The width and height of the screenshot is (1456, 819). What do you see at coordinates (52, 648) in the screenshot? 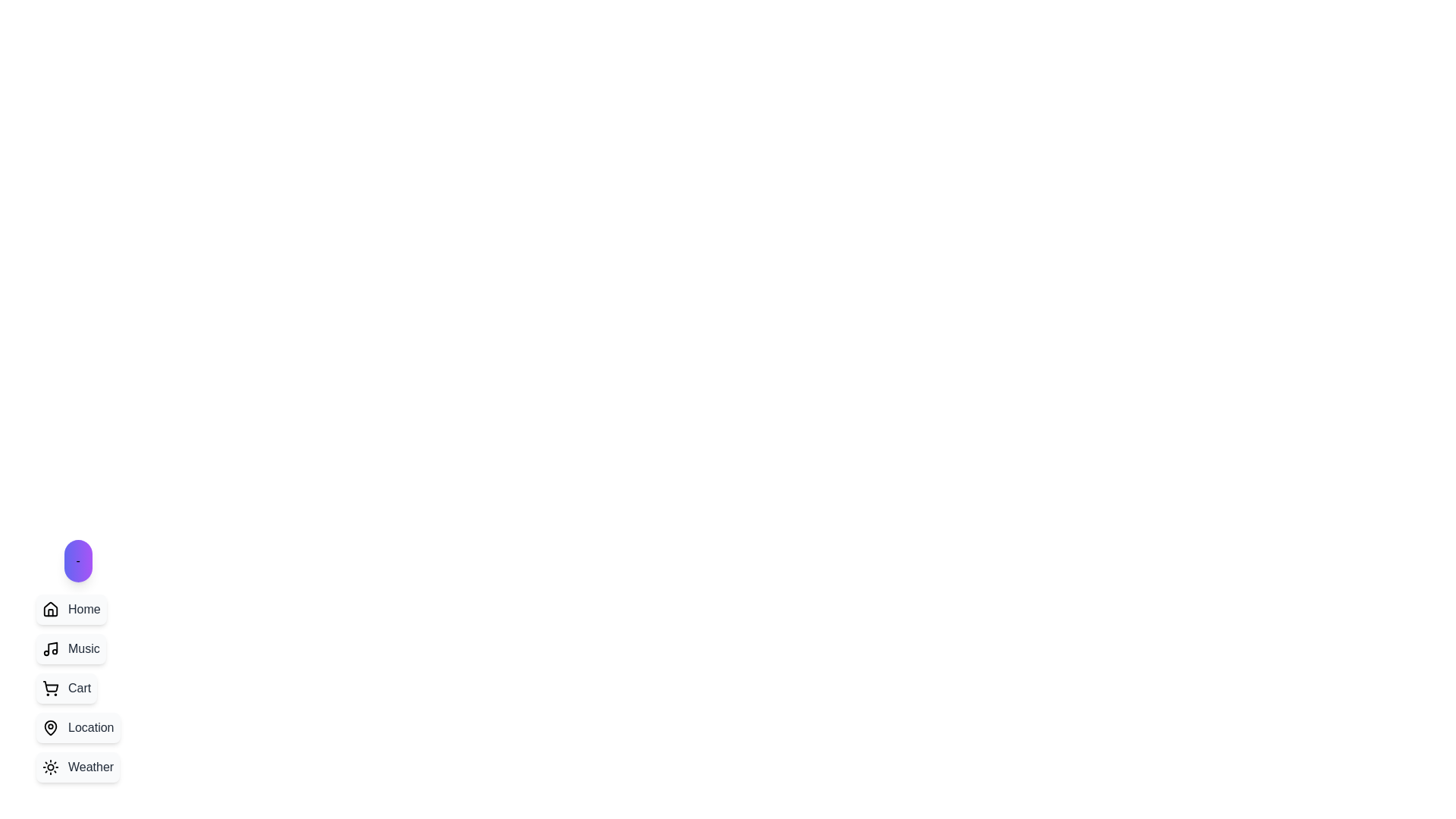
I see `the note icon representing the 'Music' menu option` at bounding box center [52, 648].